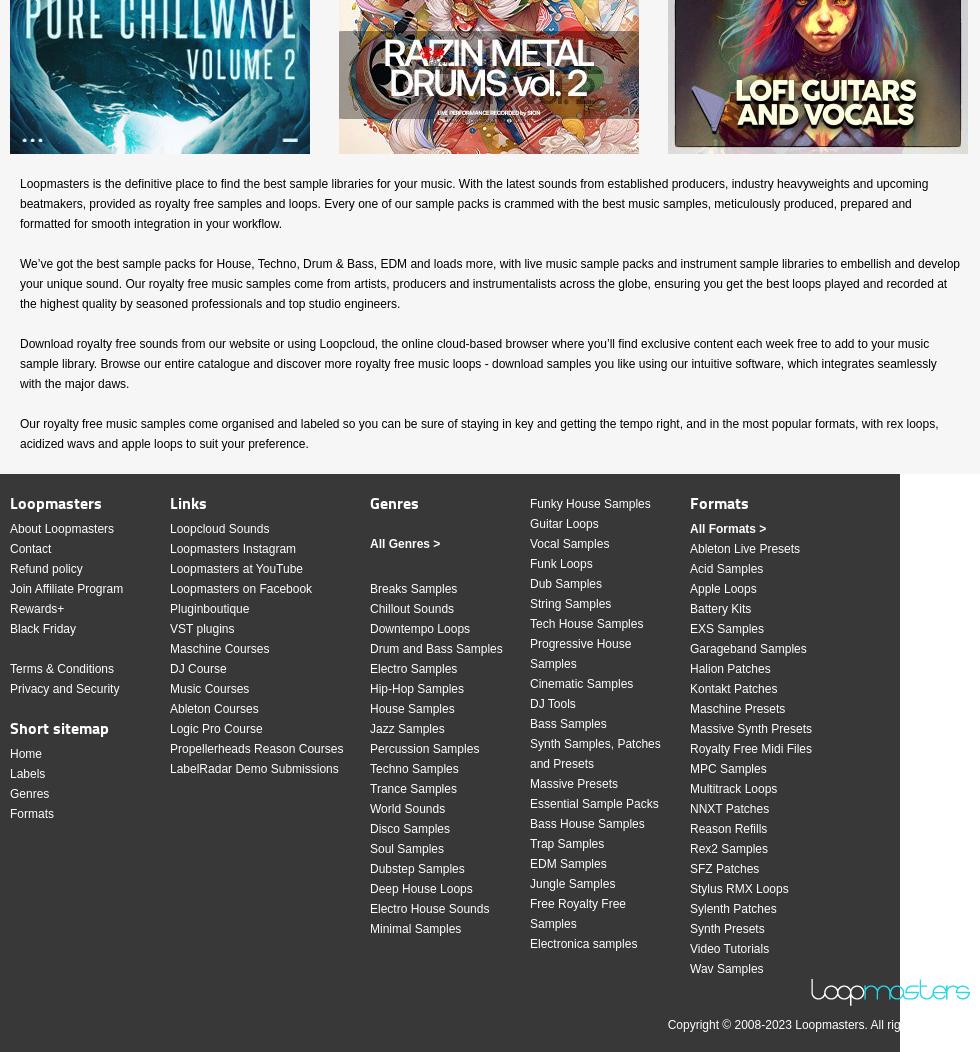 The width and height of the screenshot is (980, 1052). I want to click on 'Logic Pro Course', so click(215, 729).